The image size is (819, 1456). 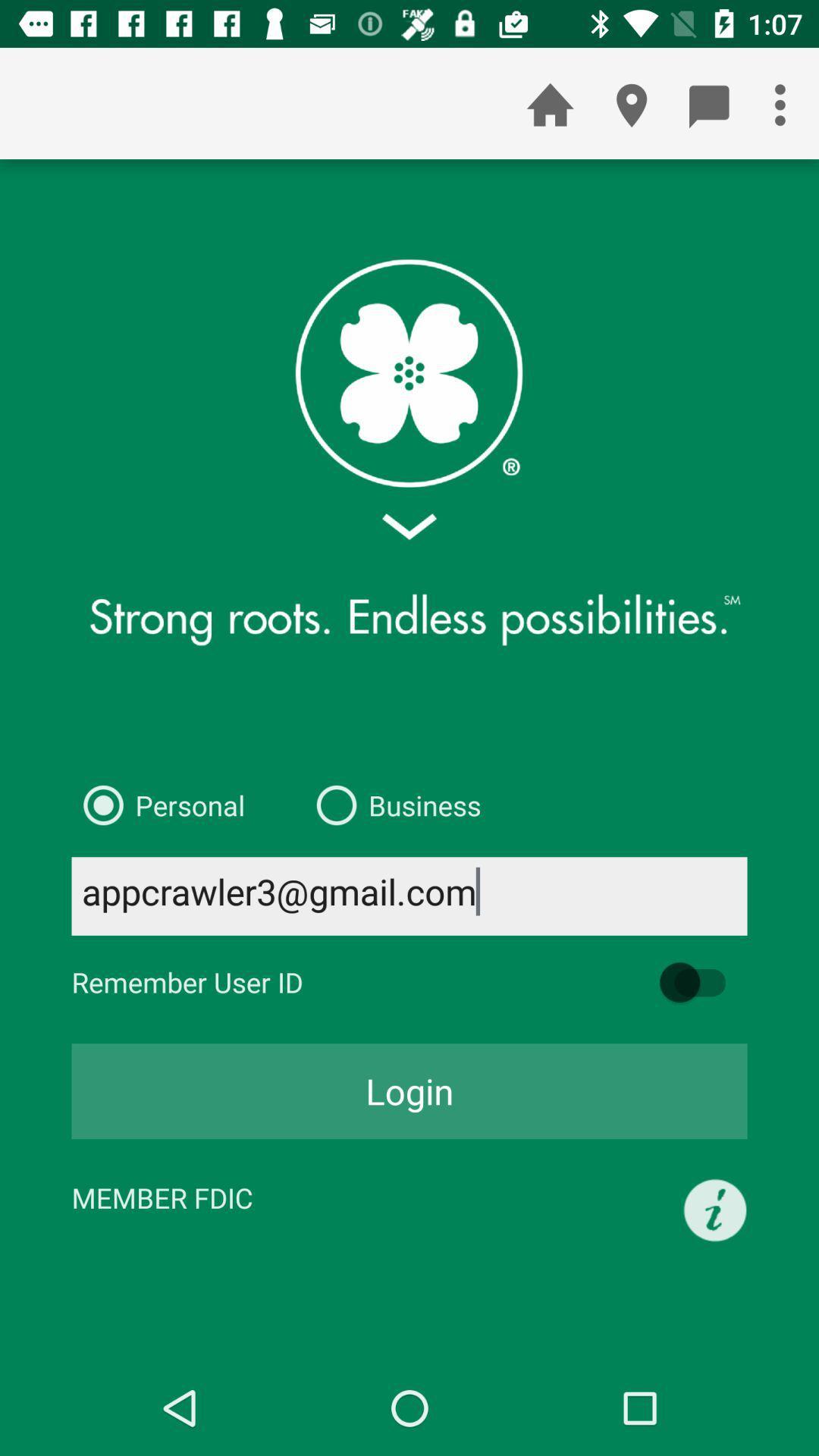 What do you see at coordinates (700, 982) in the screenshot?
I see `icon above login icon` at bounding box center [700, 982].